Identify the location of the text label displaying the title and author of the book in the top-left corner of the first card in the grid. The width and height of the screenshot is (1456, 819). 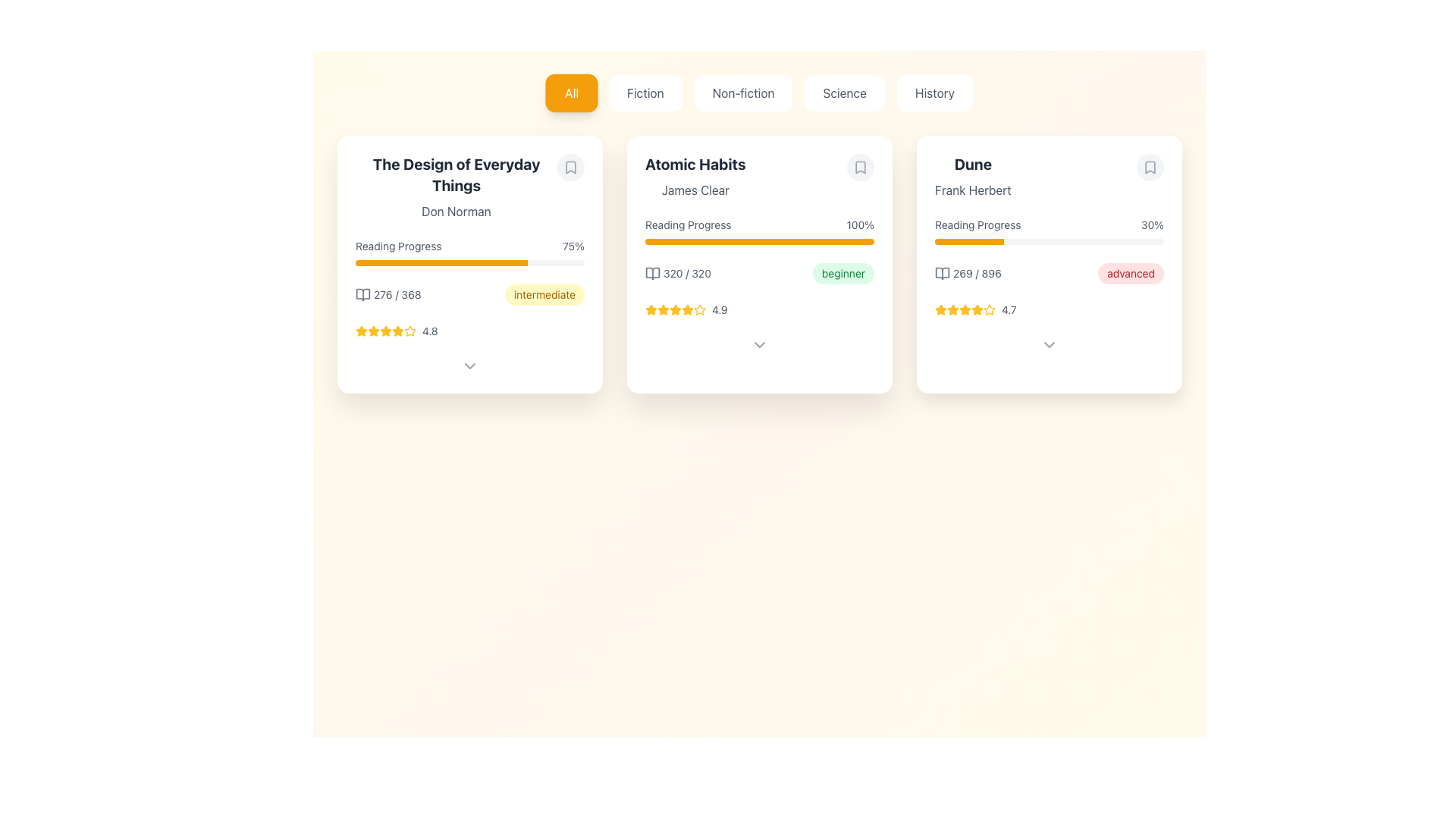
(469, 186).